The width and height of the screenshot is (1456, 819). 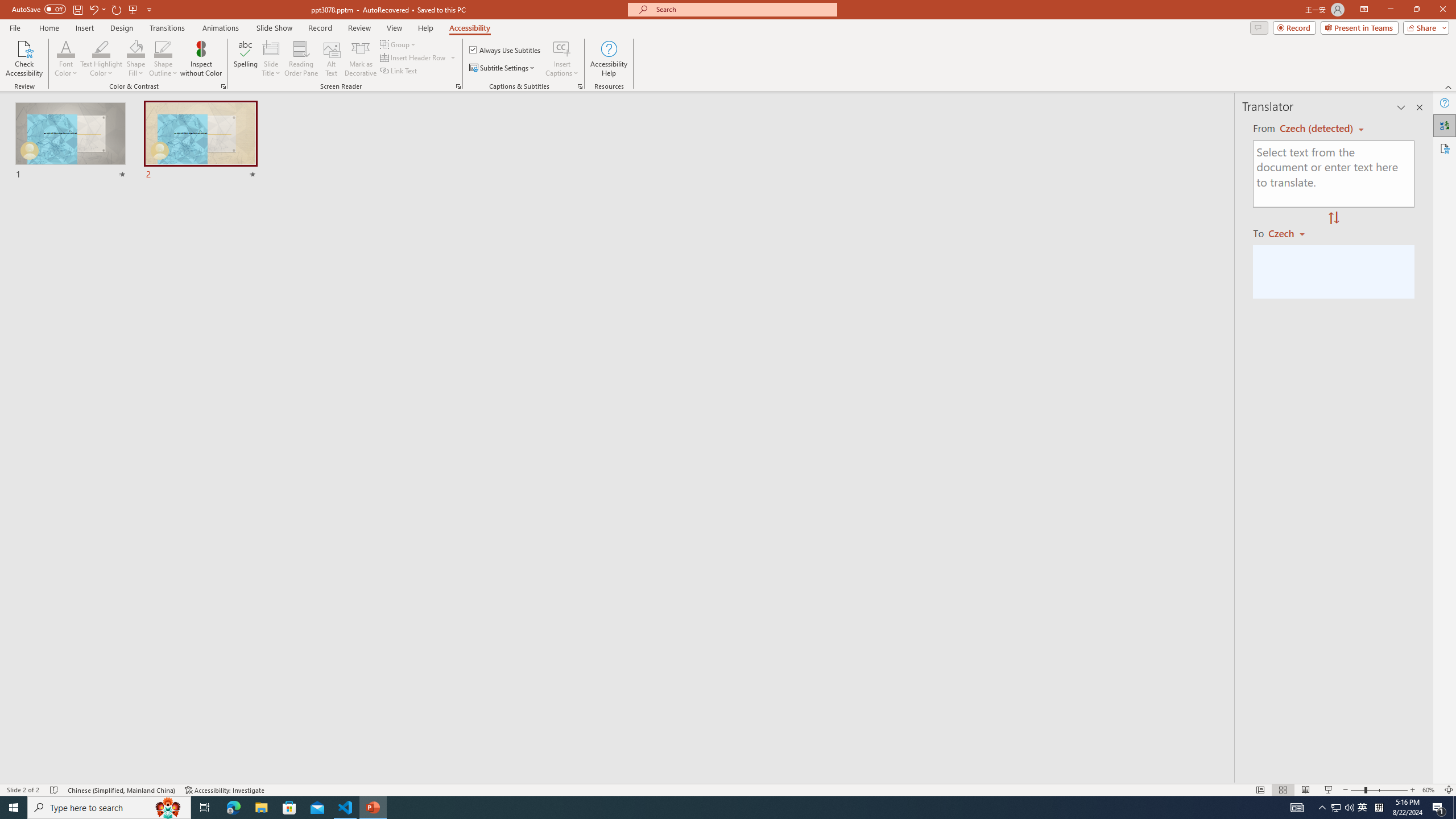 I want to click on 'Accessibility Help', so click(x=609, y=59).